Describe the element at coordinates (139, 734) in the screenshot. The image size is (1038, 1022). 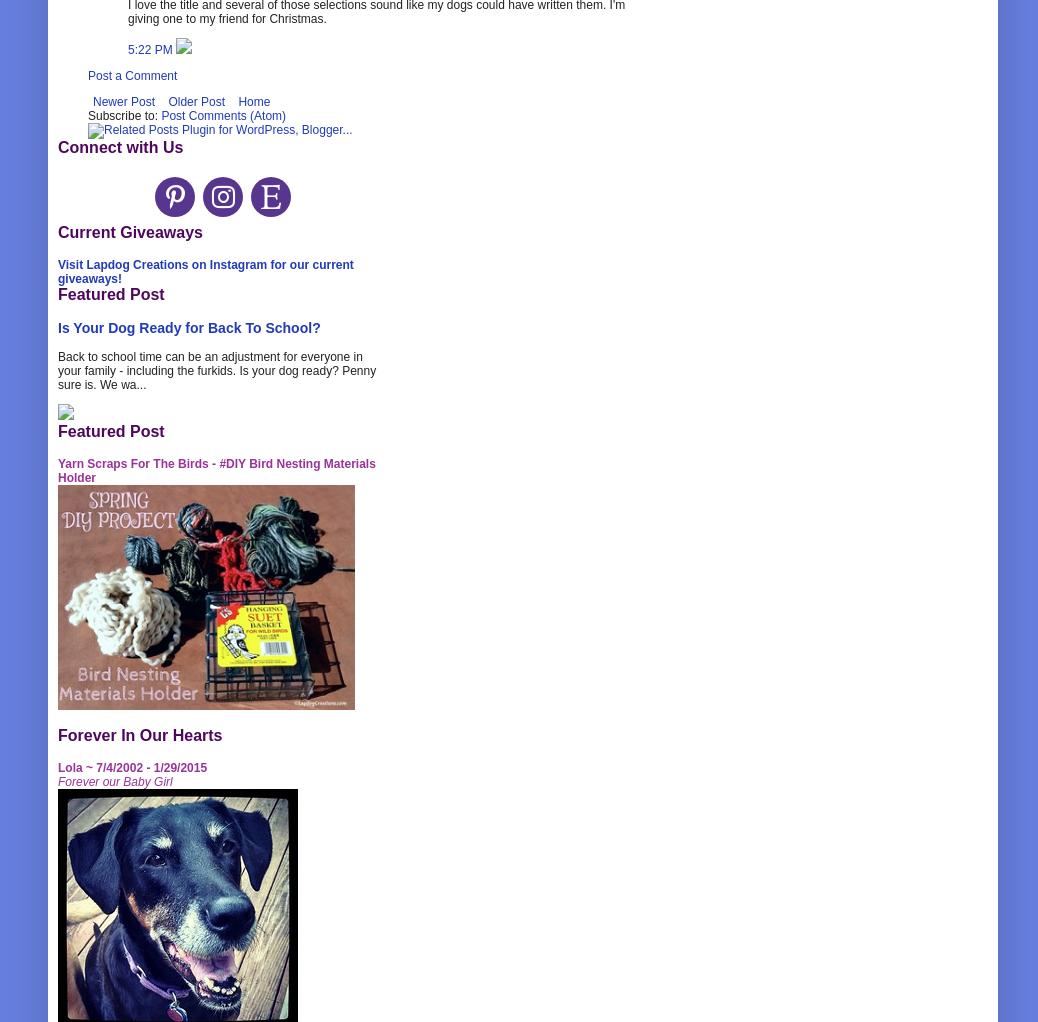
I see `'Forever In Our Hearts'` at that location.